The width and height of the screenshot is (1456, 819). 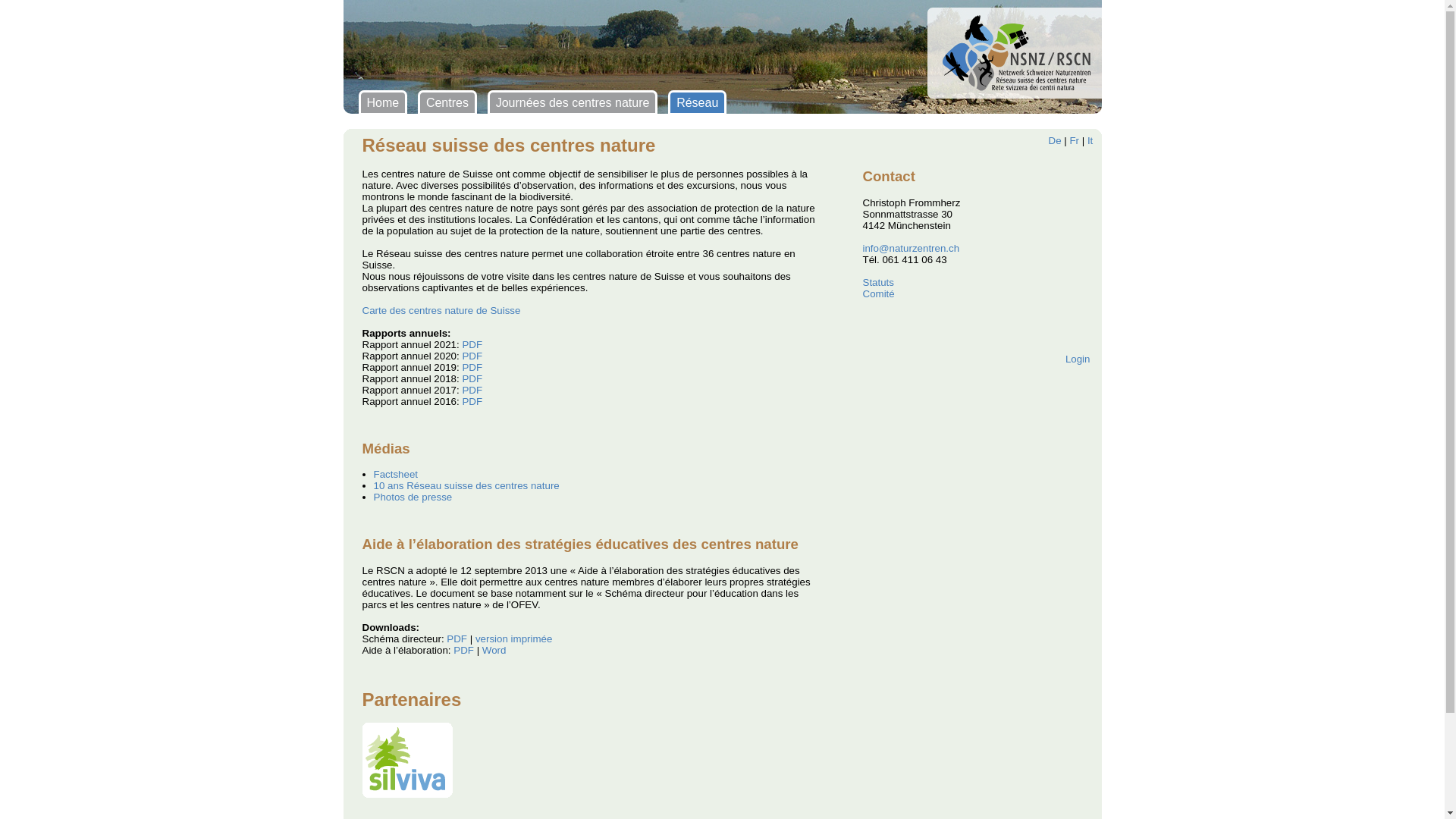 I want to click on 'Centres', so click(x=418, y=102).